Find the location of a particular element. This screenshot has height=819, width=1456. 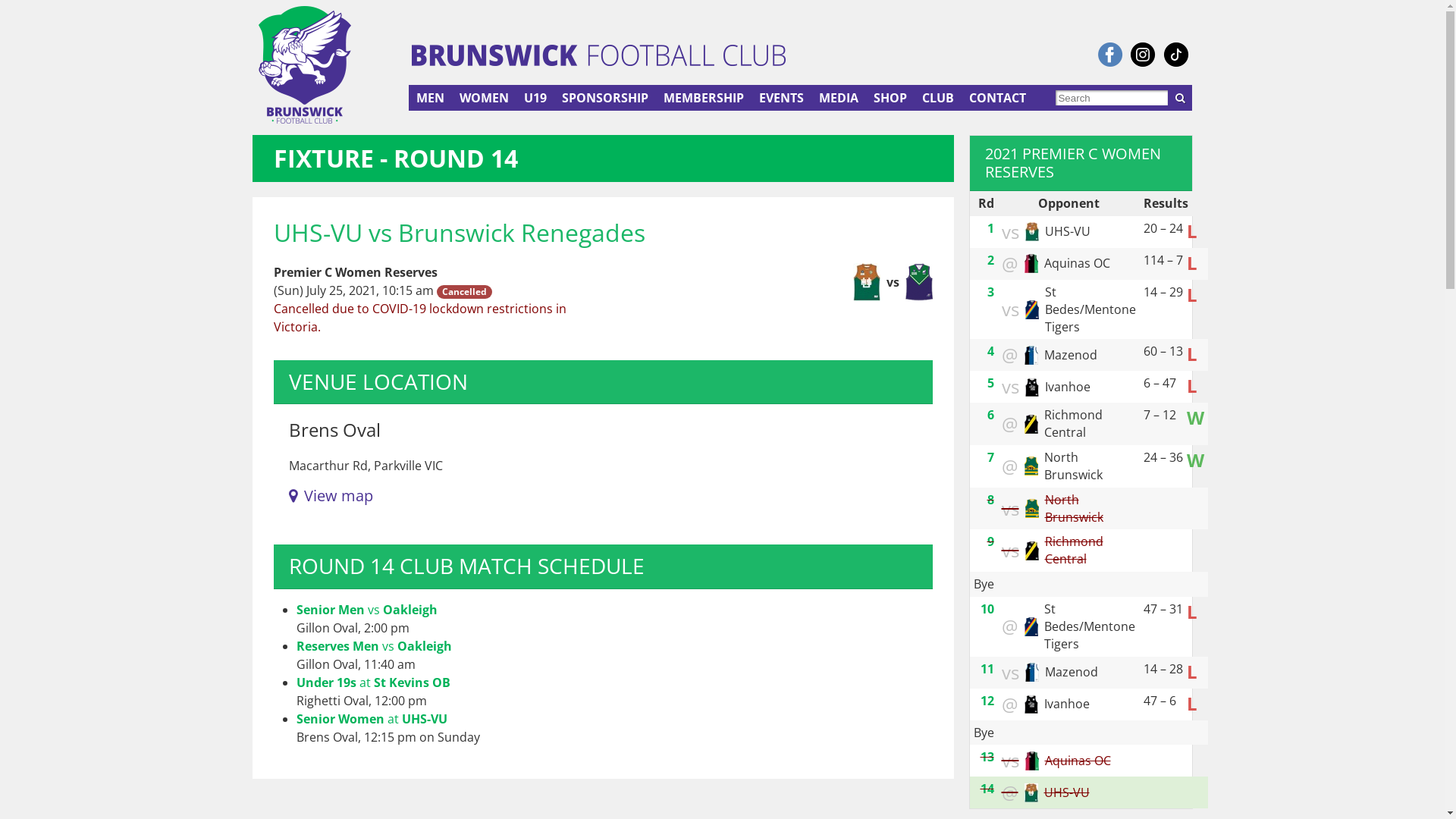

'MEN' is located at coordinates (408, 97).